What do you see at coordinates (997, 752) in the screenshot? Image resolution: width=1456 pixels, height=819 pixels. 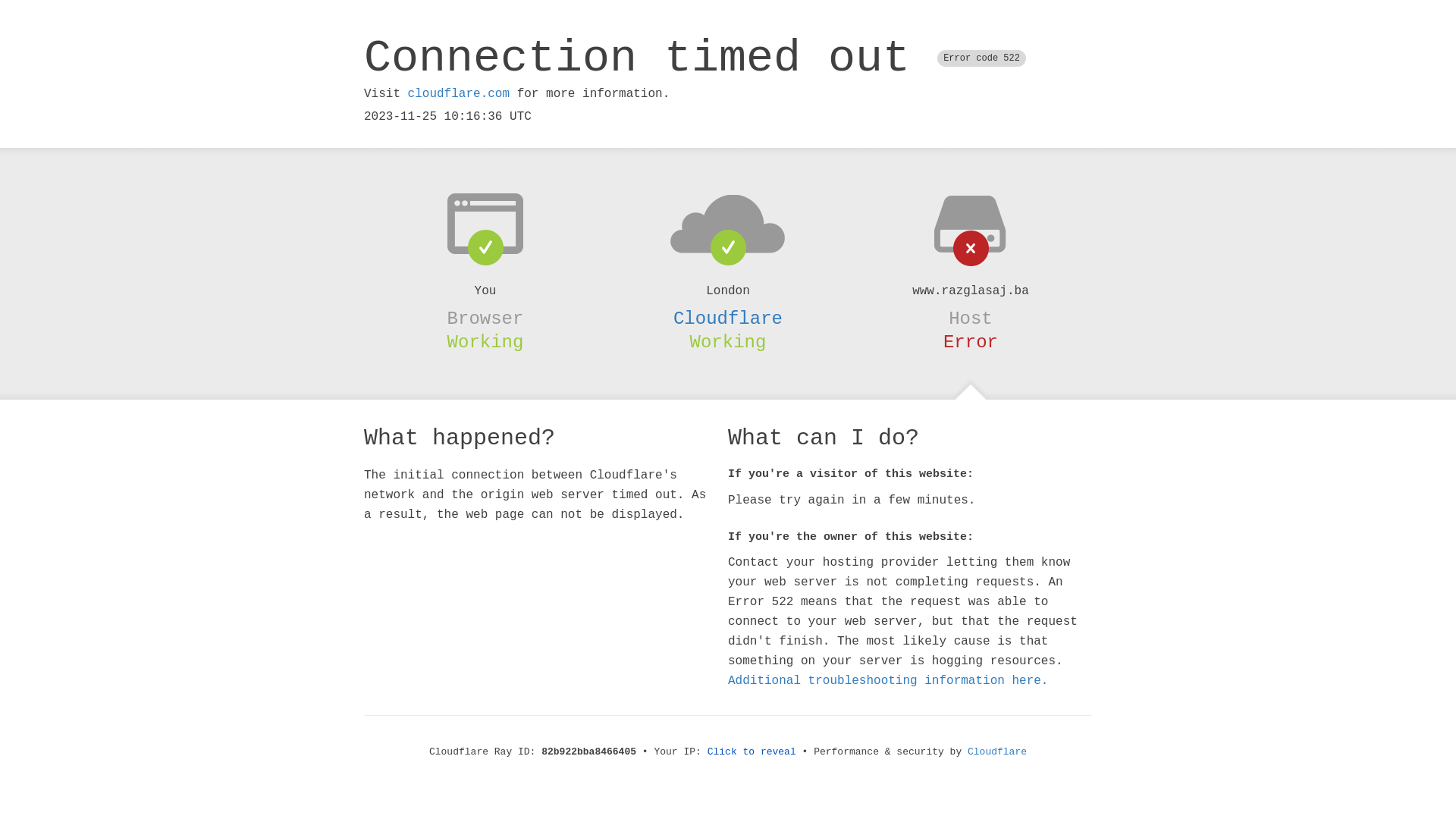 I see `'Cloudflare'` at bounding box center [997, 752].